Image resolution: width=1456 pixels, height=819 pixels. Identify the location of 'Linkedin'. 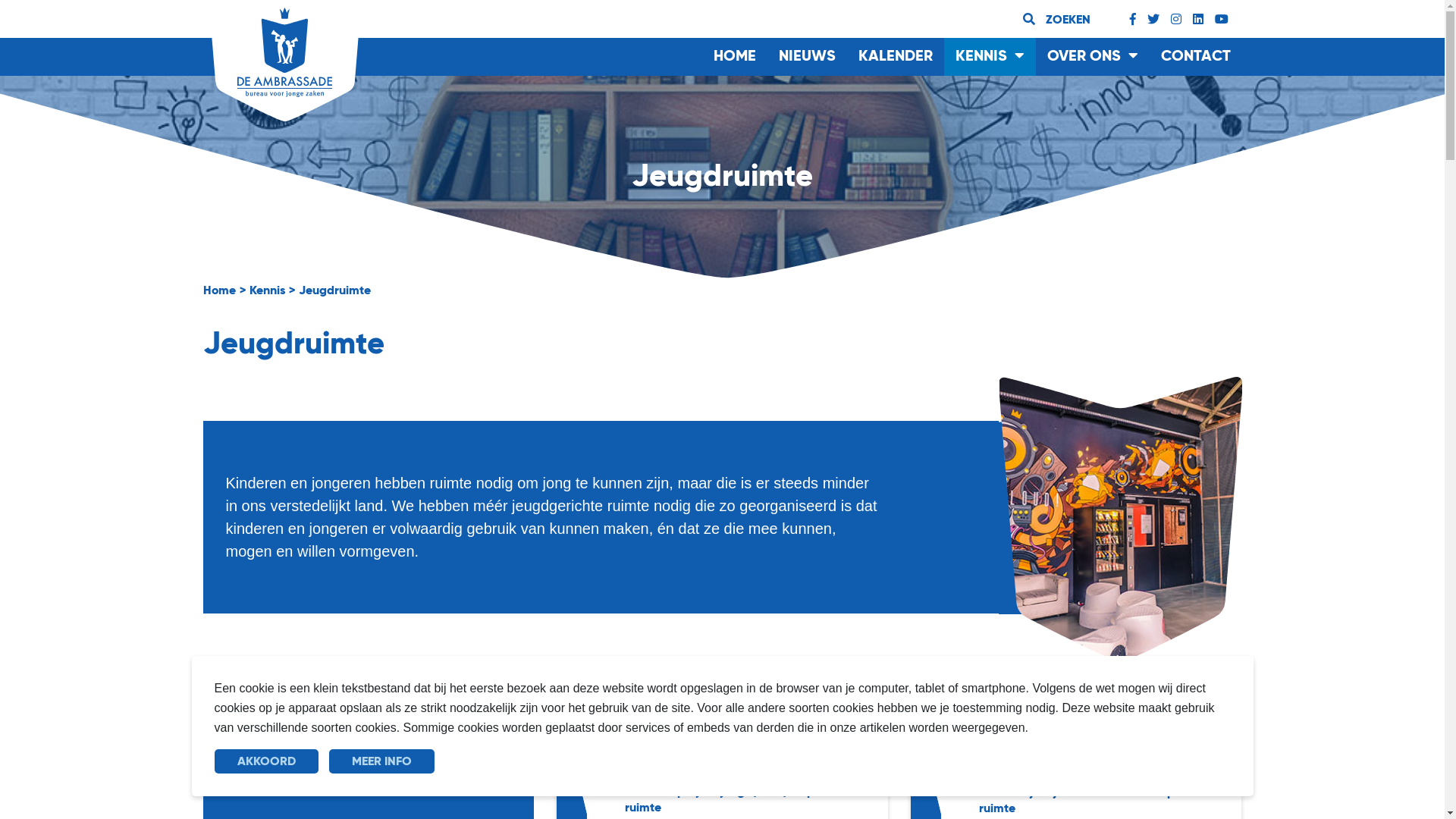
(1197, 19).